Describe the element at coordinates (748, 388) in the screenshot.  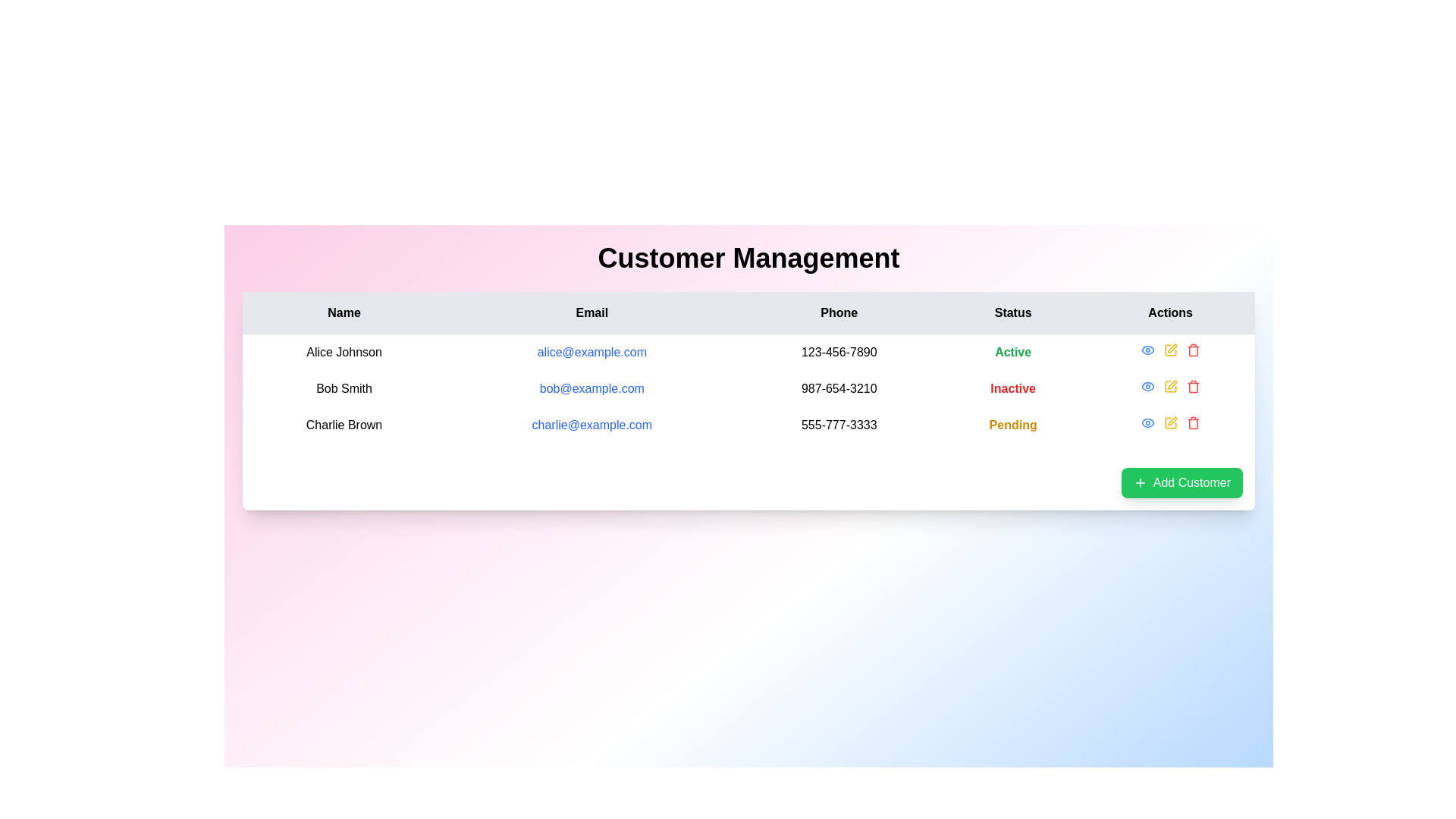
I see `the displayed user details in the second row of the table, which includes the name 'Bob Smith', email 'bob@example.com', phone number '987-654-3210', and status 'Inactive'` at that location.